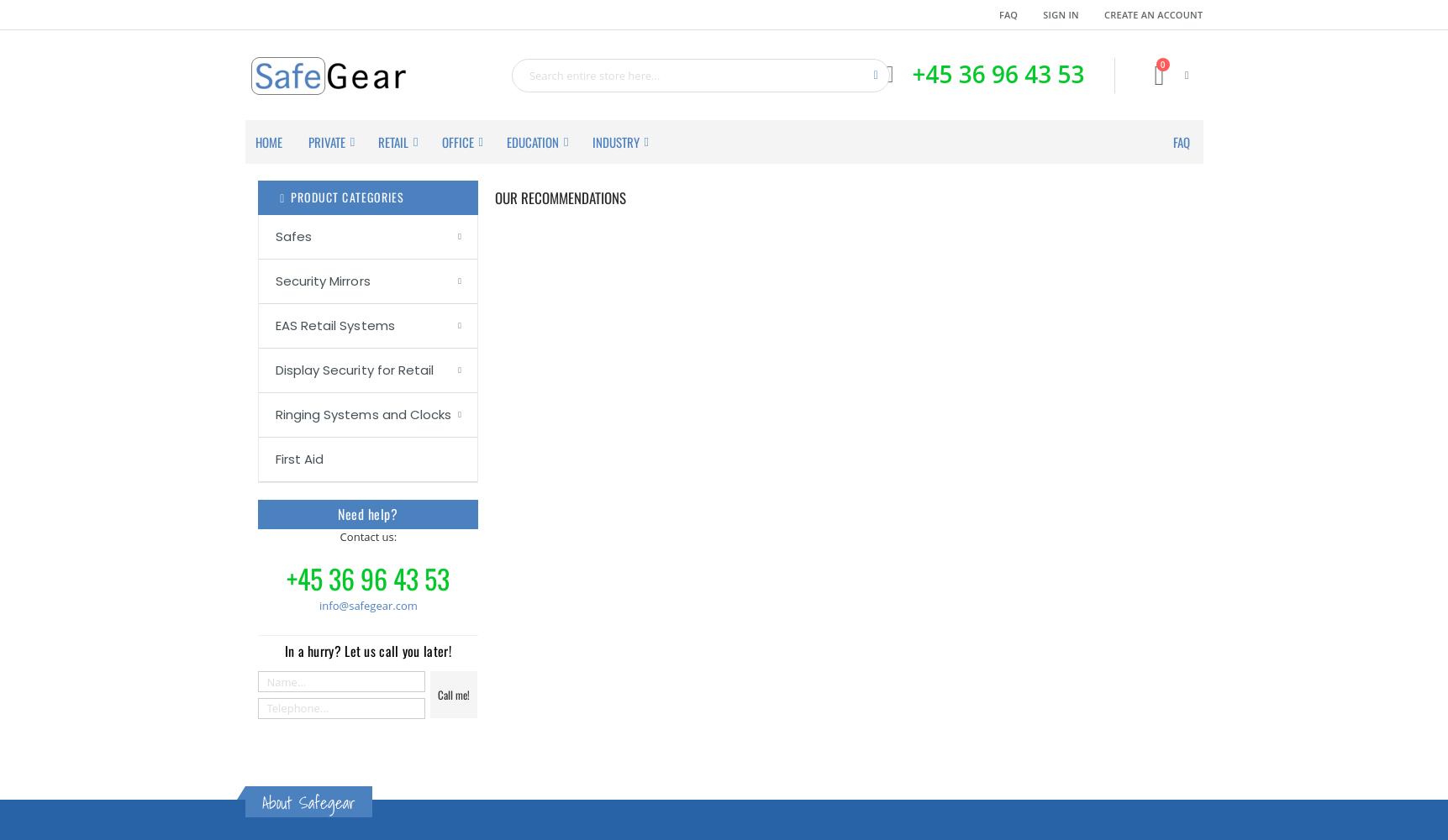 The image size is (1448, 840). I want to click on 'Home', so click(267, 142).